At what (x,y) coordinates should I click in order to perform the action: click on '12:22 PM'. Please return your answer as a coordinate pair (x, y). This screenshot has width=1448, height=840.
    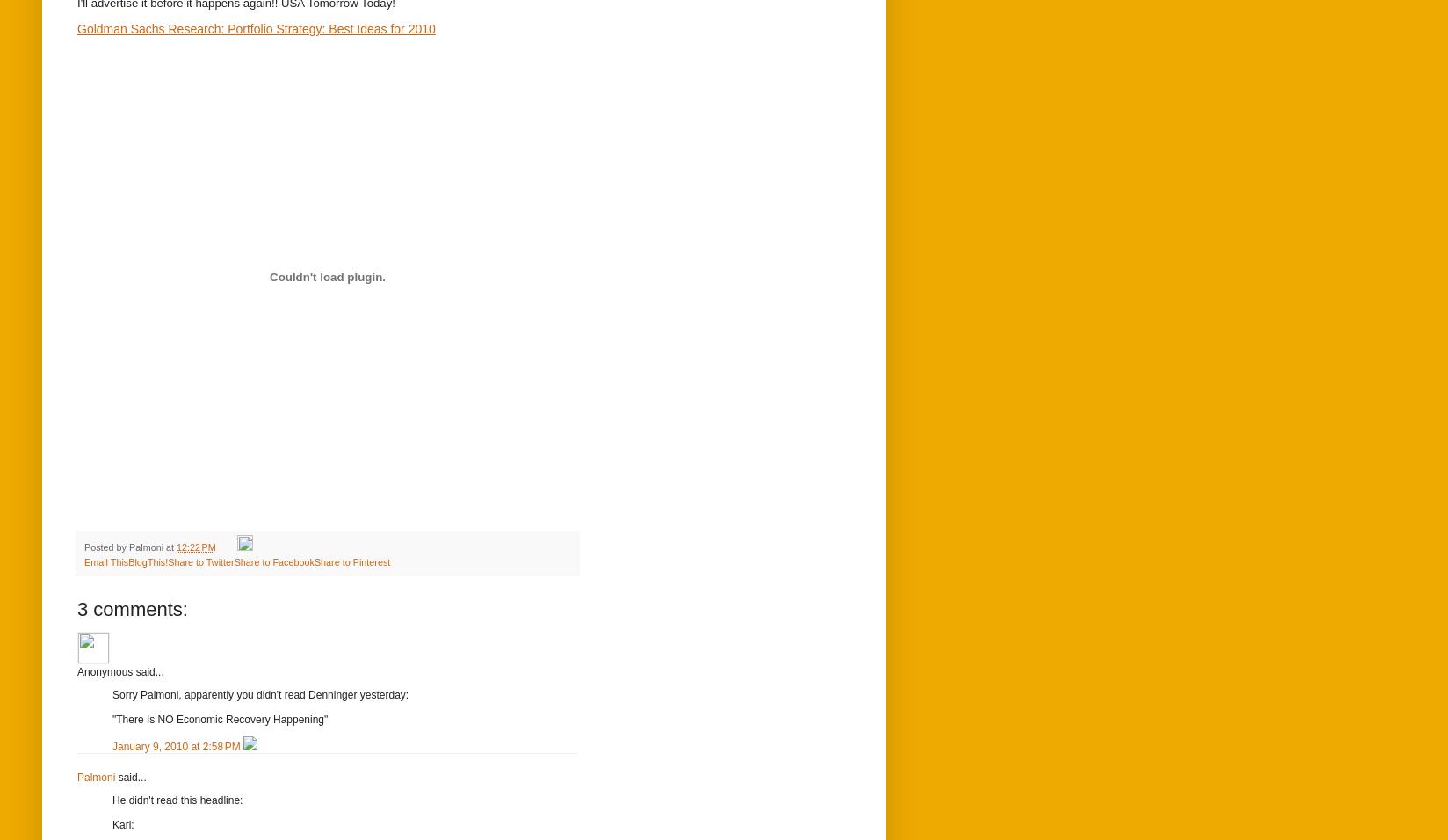
    Looking at the image, I should click on (194, 547).